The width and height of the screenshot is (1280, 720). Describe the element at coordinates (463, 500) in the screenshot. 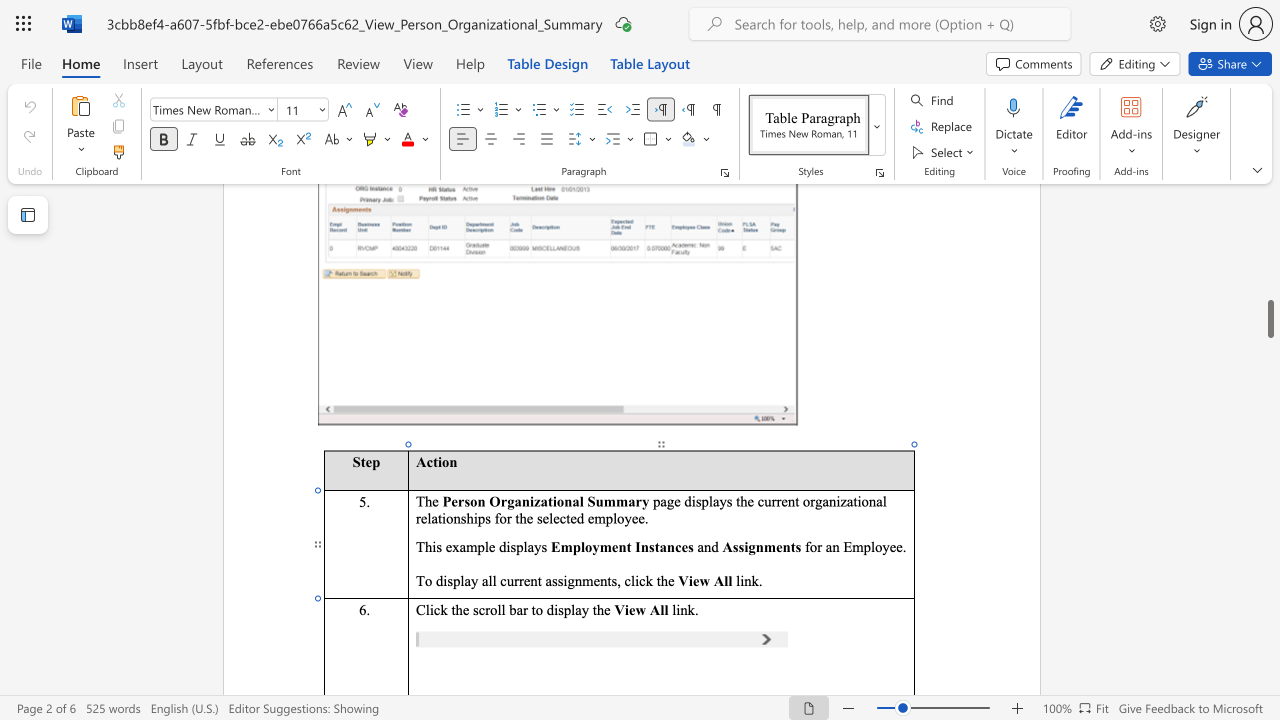

I see `the space between the continuous character "r" and "s" in the text` at that location.